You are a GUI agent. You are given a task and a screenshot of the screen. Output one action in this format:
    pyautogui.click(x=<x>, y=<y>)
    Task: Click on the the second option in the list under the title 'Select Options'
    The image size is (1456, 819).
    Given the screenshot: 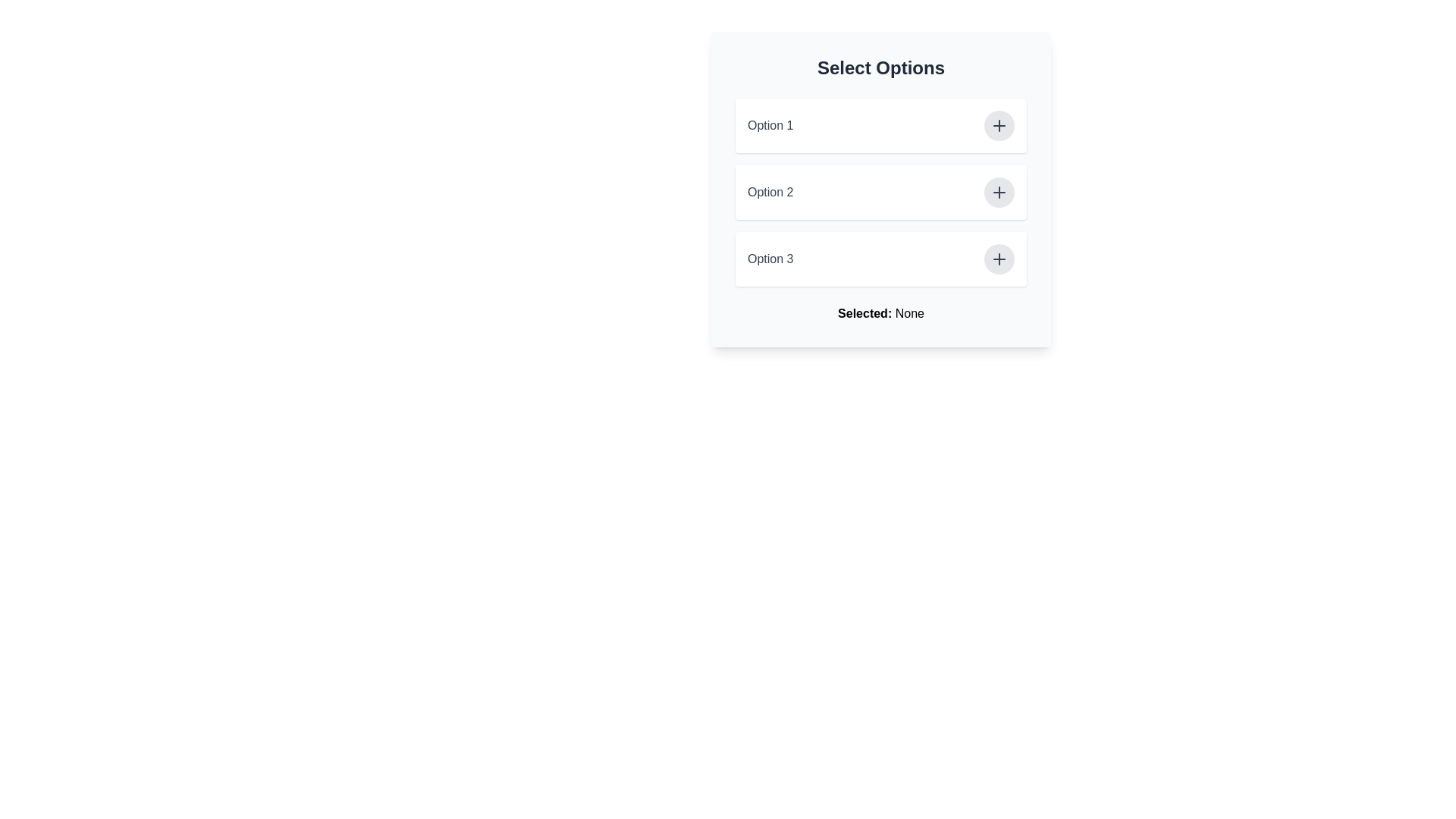 What is the action you would take?
    pyautogui.click(x=880, y=192)
    